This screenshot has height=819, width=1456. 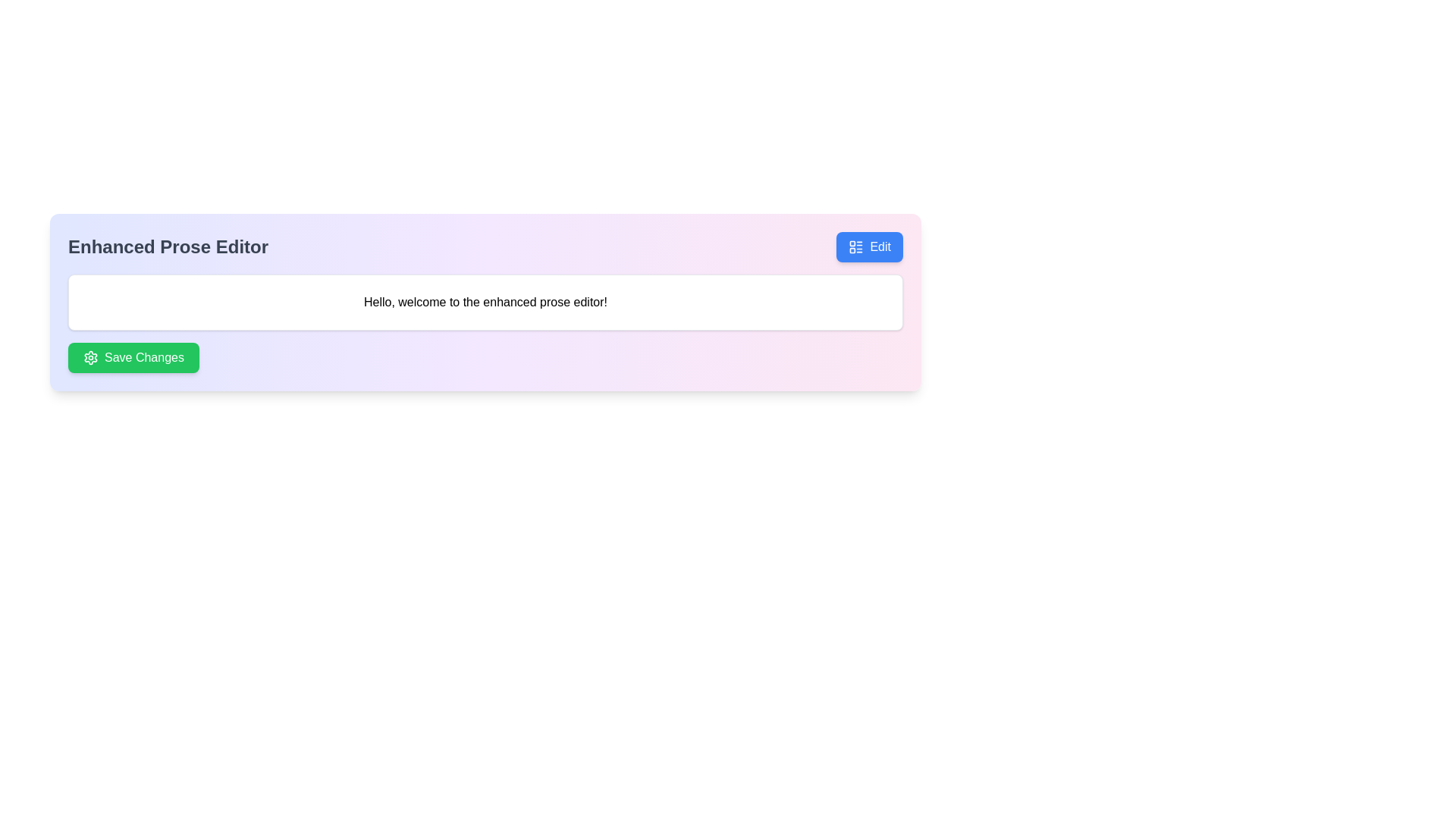 I want to click on the informational Message box that displays a greeting to the user, positioned between the title 'Enhanced Prose Editor' and the 'Save Changes' button, so click(x=485, y=302).